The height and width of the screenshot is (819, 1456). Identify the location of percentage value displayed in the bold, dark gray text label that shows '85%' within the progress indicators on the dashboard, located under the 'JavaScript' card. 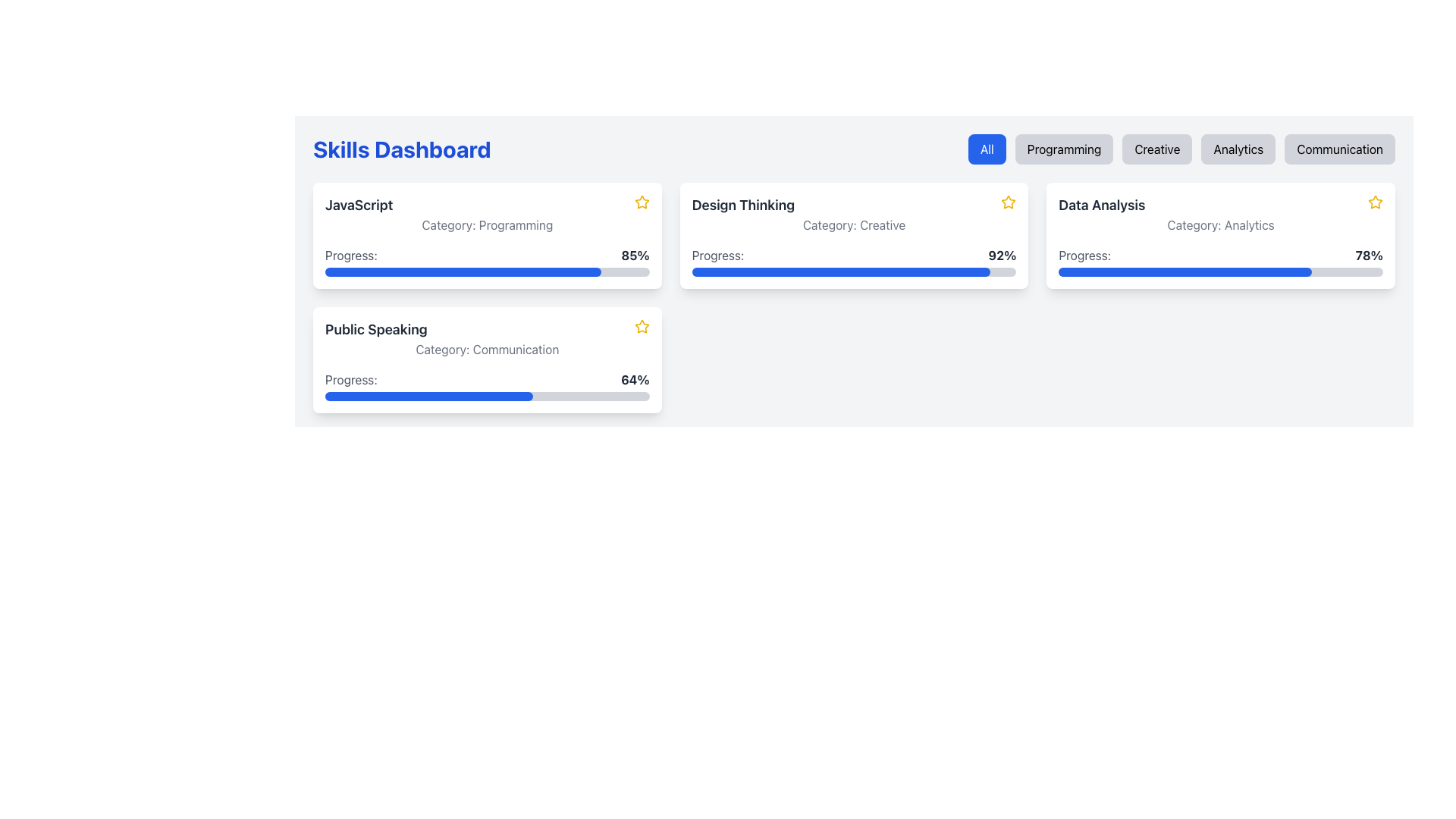
(635, 254).